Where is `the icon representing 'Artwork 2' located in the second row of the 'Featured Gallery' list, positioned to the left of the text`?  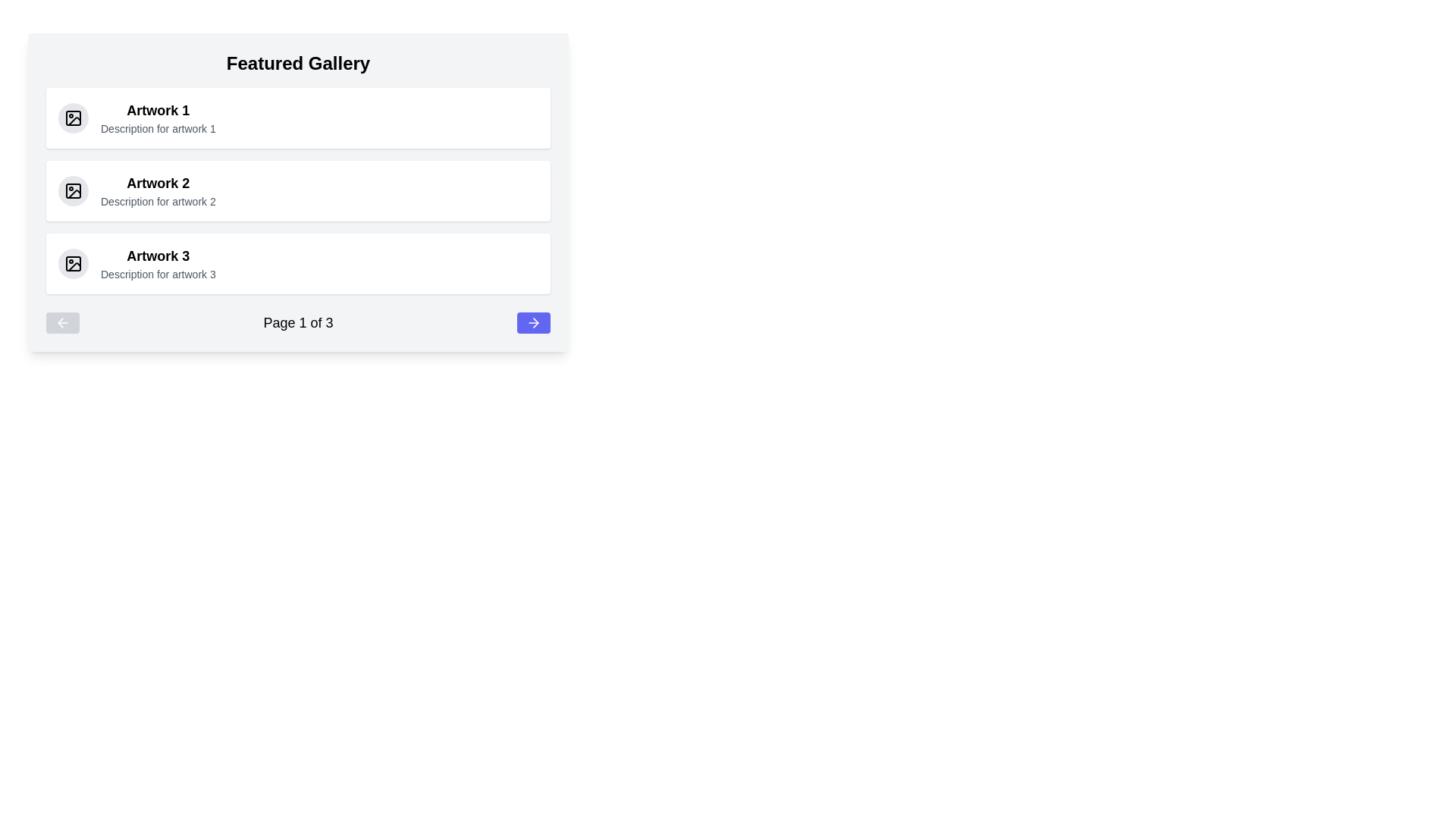
the icon representing 'Artwork 2' located in the second row of the 'Featured Gallery' list, positioned to the left of the text is located at coordinates (72, 190).